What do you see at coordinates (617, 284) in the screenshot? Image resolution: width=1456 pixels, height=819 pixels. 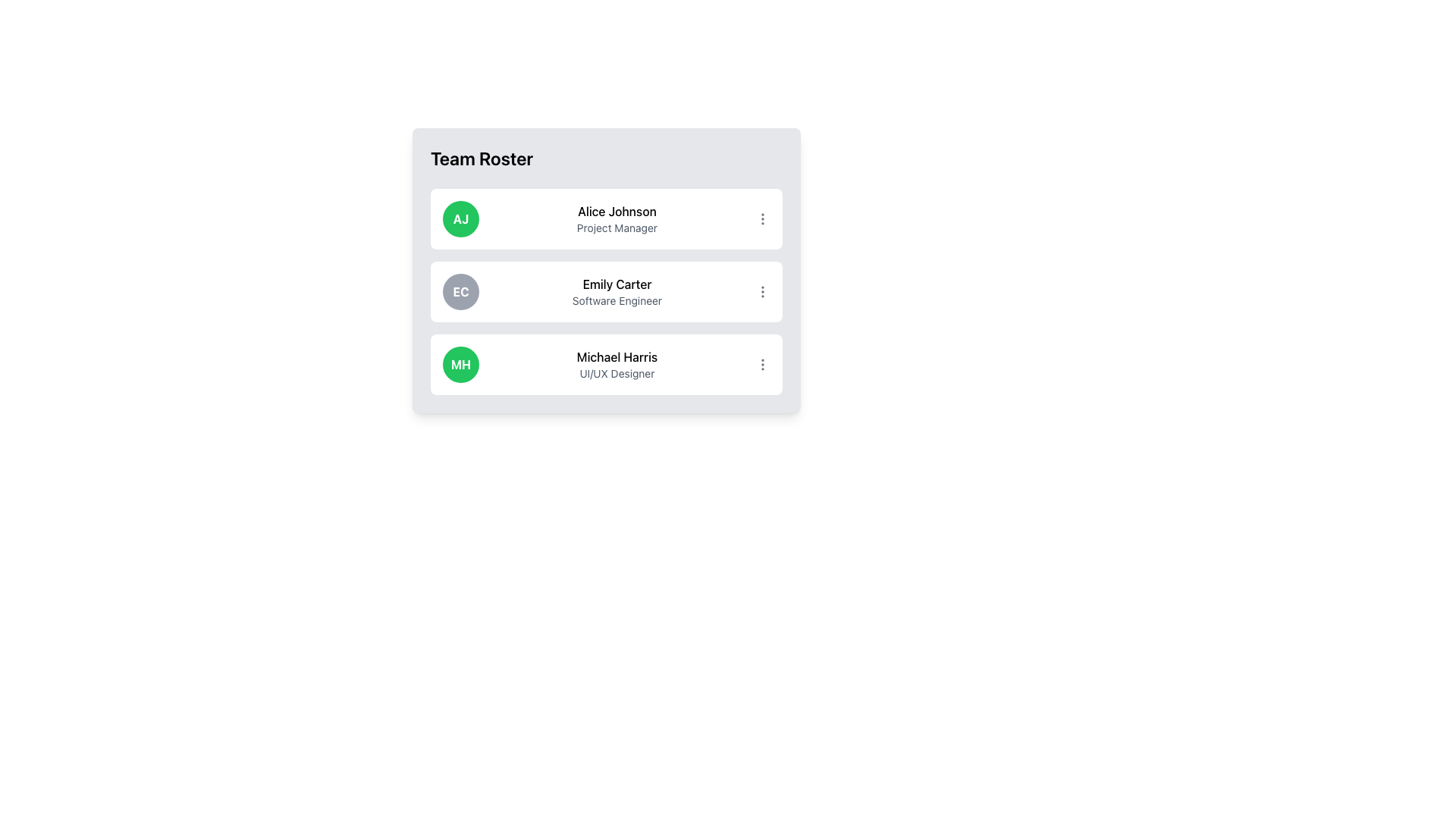 I see `the text label for an individual in the team roster, which is located to the right of the 'EC' avatar and above the 'Software Engineer' text` at bounding box center [617, 284].